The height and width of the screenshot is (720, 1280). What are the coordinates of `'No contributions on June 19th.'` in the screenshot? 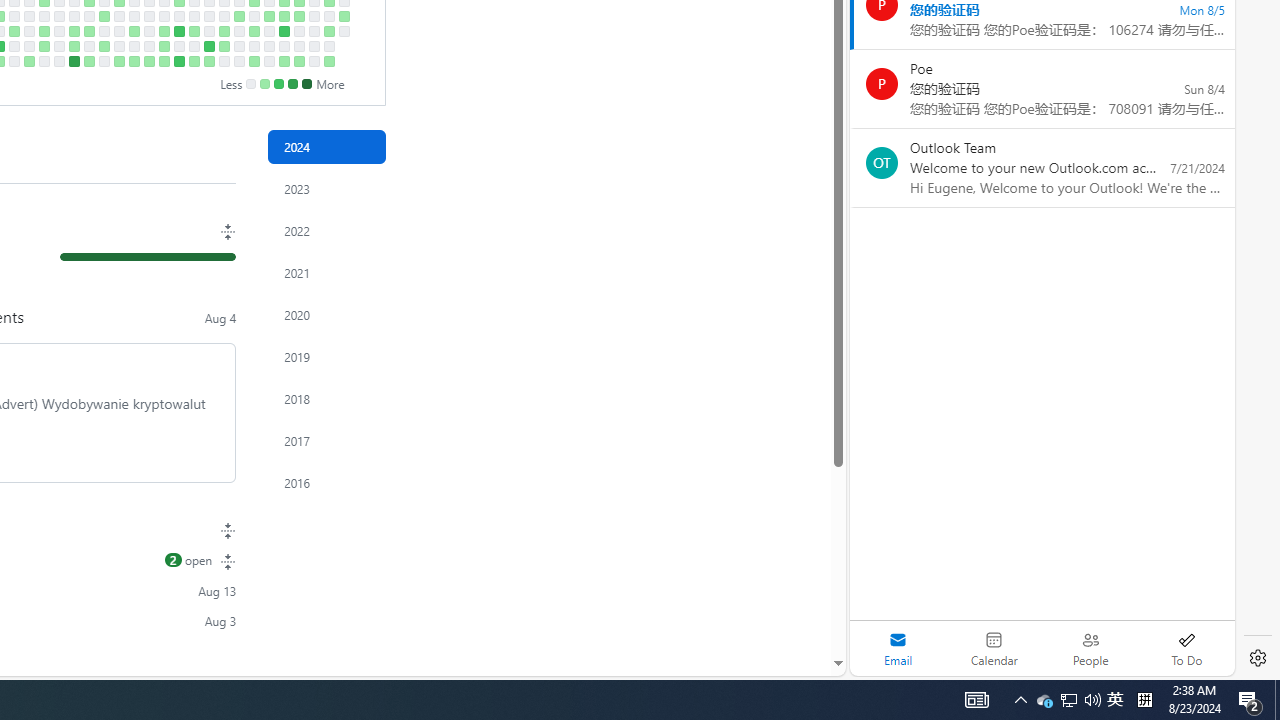 It's located at (209, 16).